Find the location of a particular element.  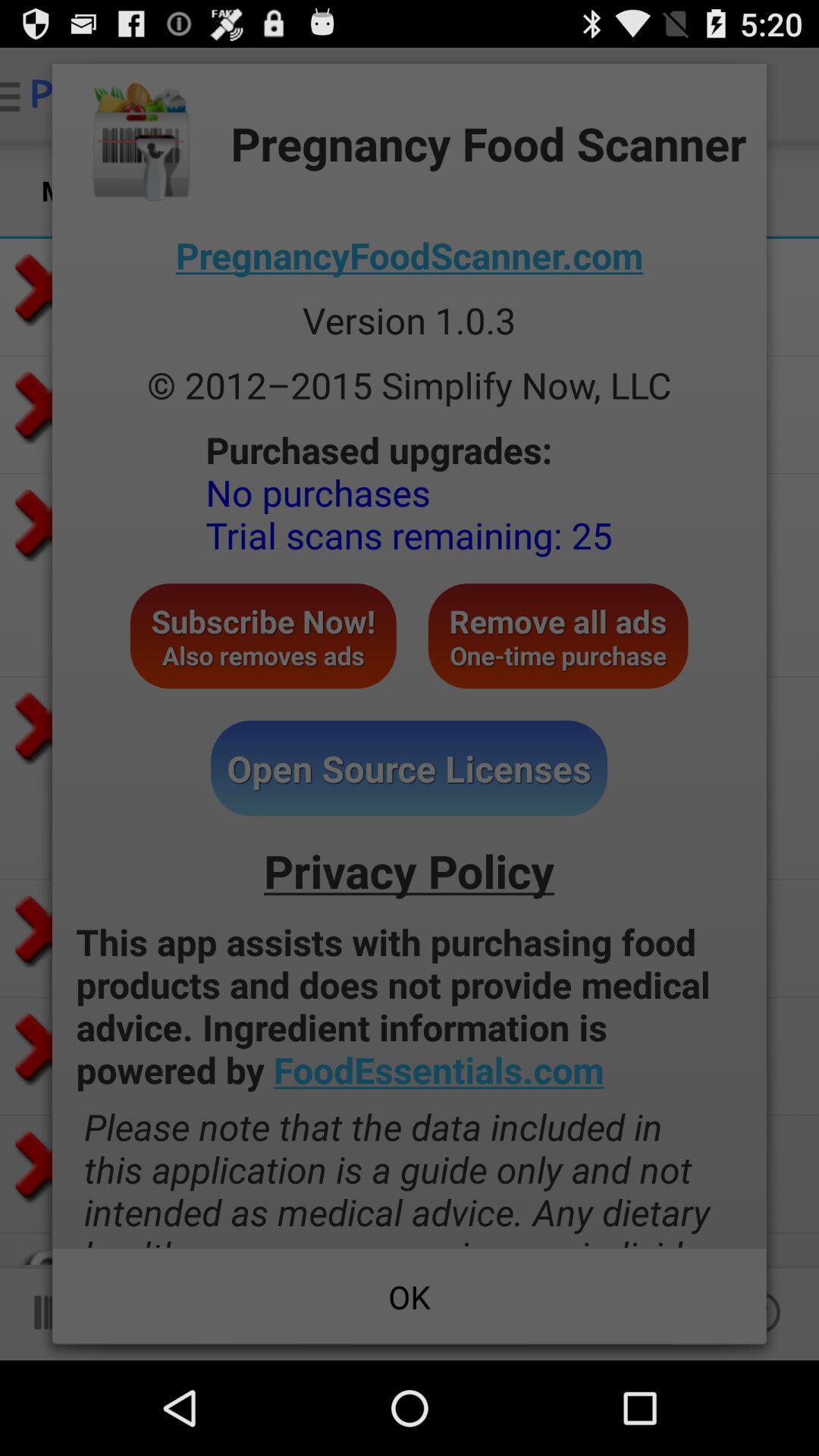

the this app assists app is located at coordinates (409, 1006).